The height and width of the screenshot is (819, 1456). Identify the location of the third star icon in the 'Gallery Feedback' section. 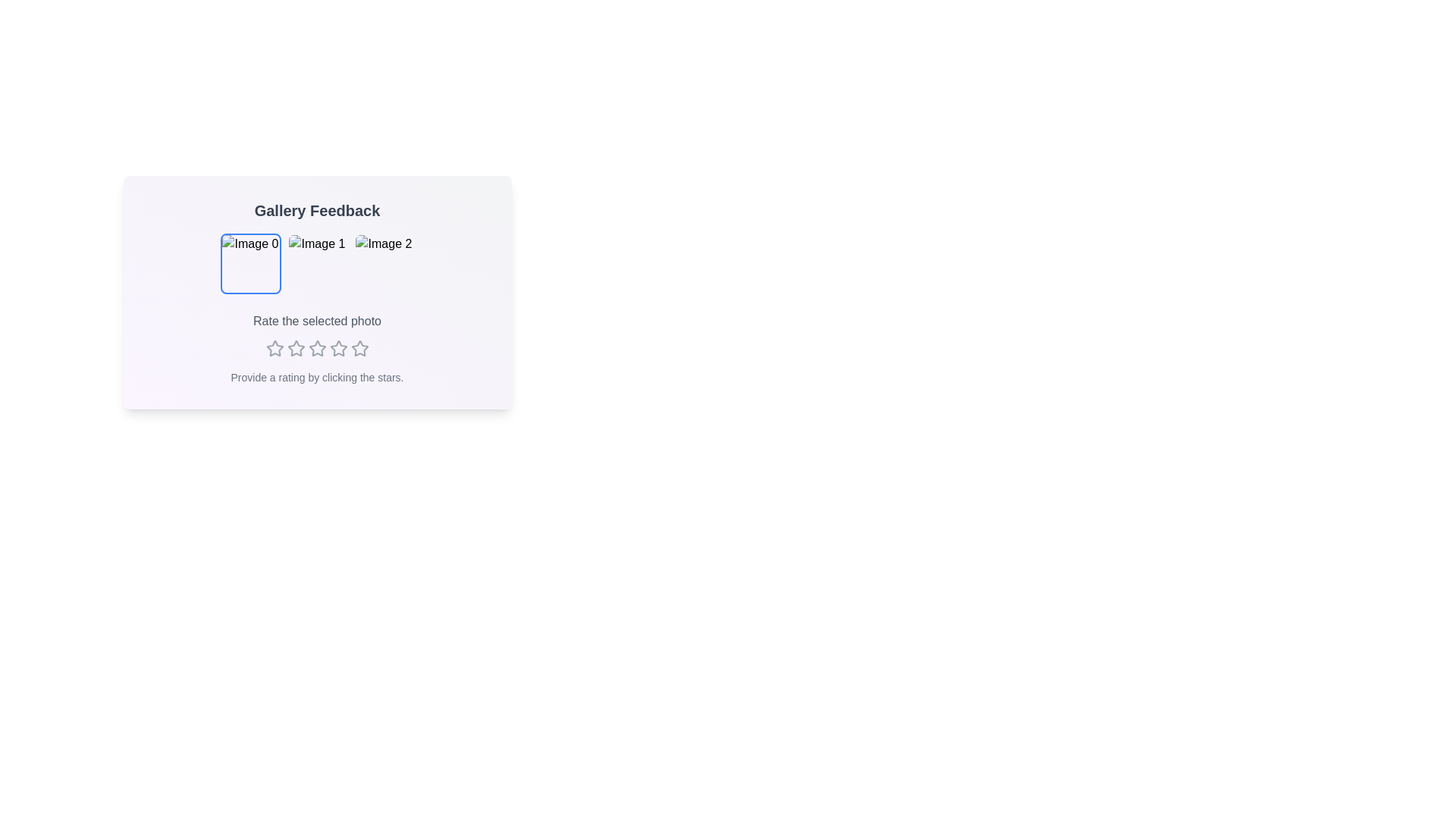
(296, 348).